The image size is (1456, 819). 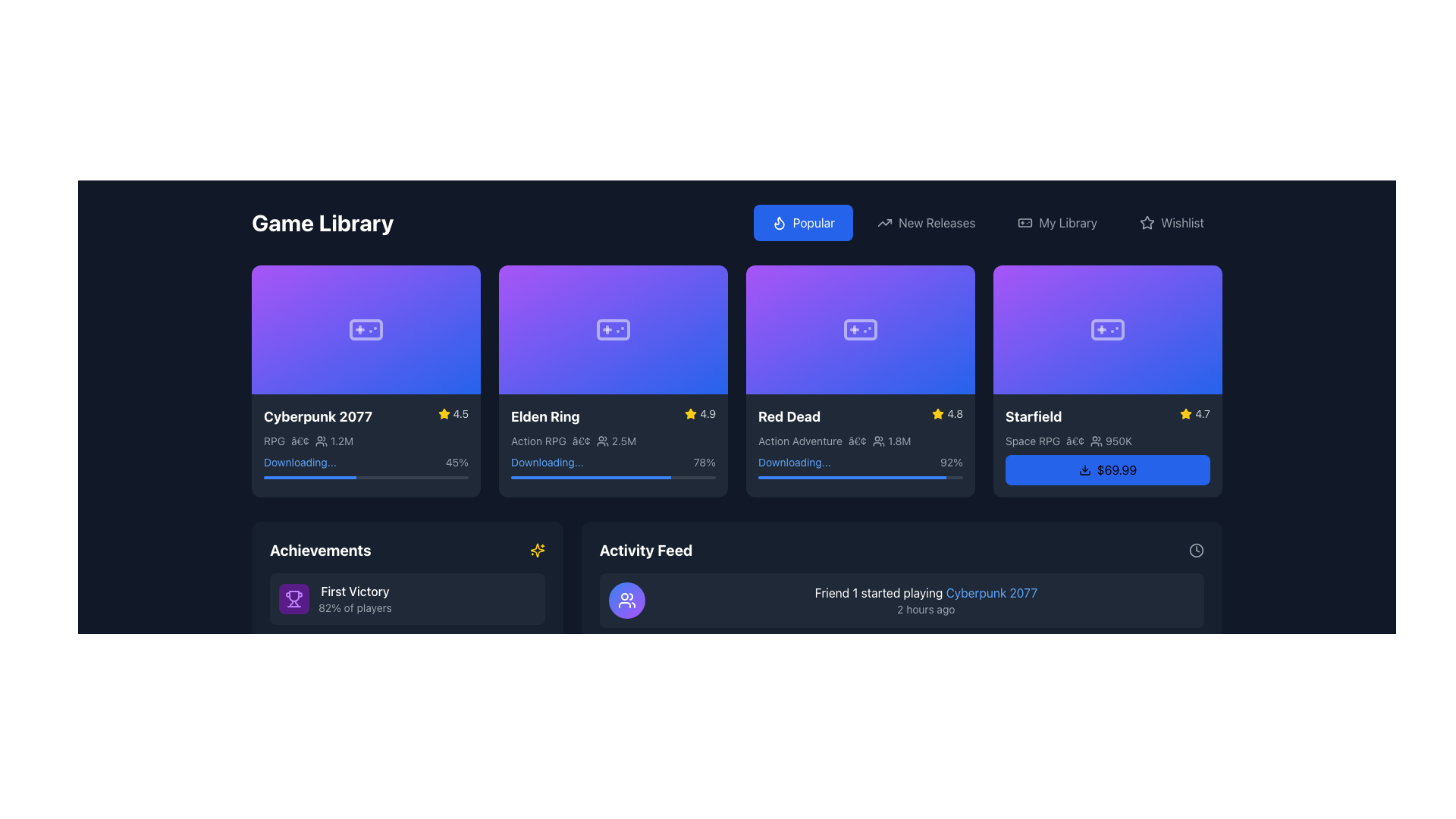 I want to click on the text label identifying the game 'Elden Ring' within the gaming library interface, located to the left of the star rating, so click(x=545, y=416).